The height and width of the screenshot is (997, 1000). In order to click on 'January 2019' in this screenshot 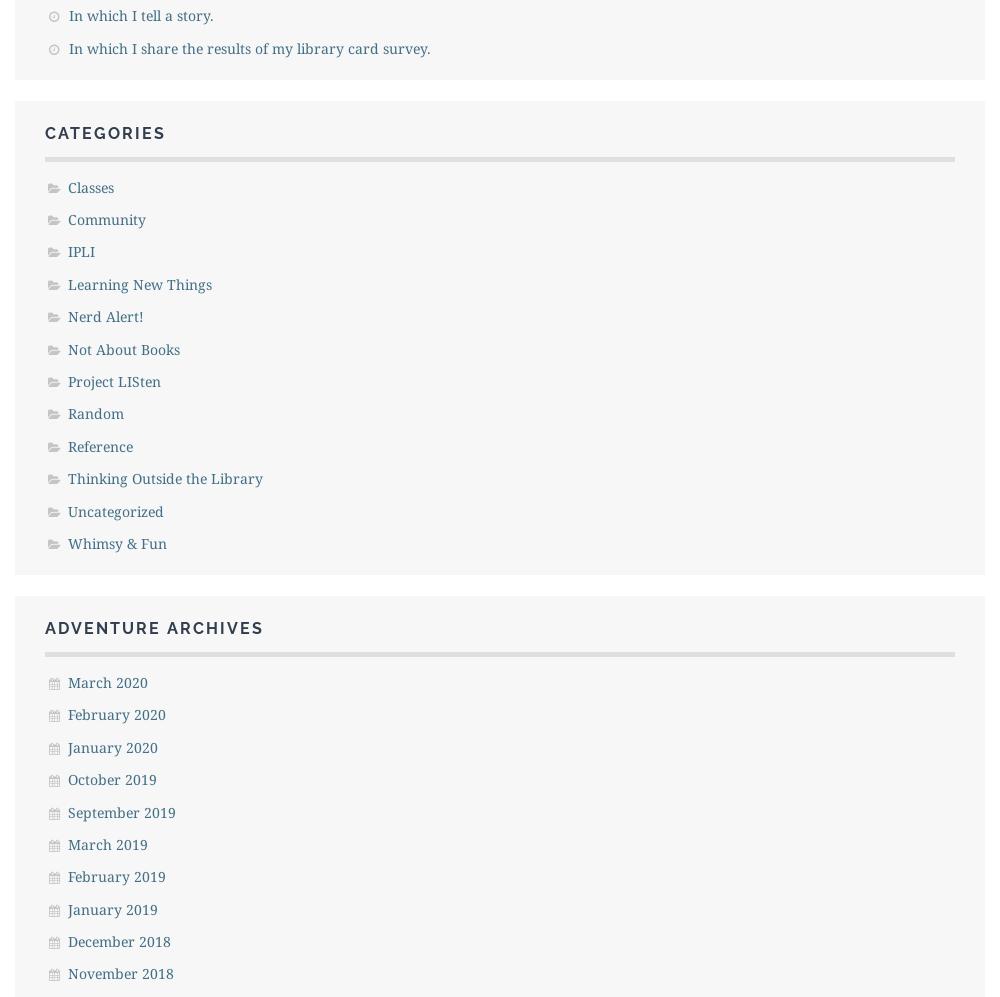, I will do `click(112, 908)`.